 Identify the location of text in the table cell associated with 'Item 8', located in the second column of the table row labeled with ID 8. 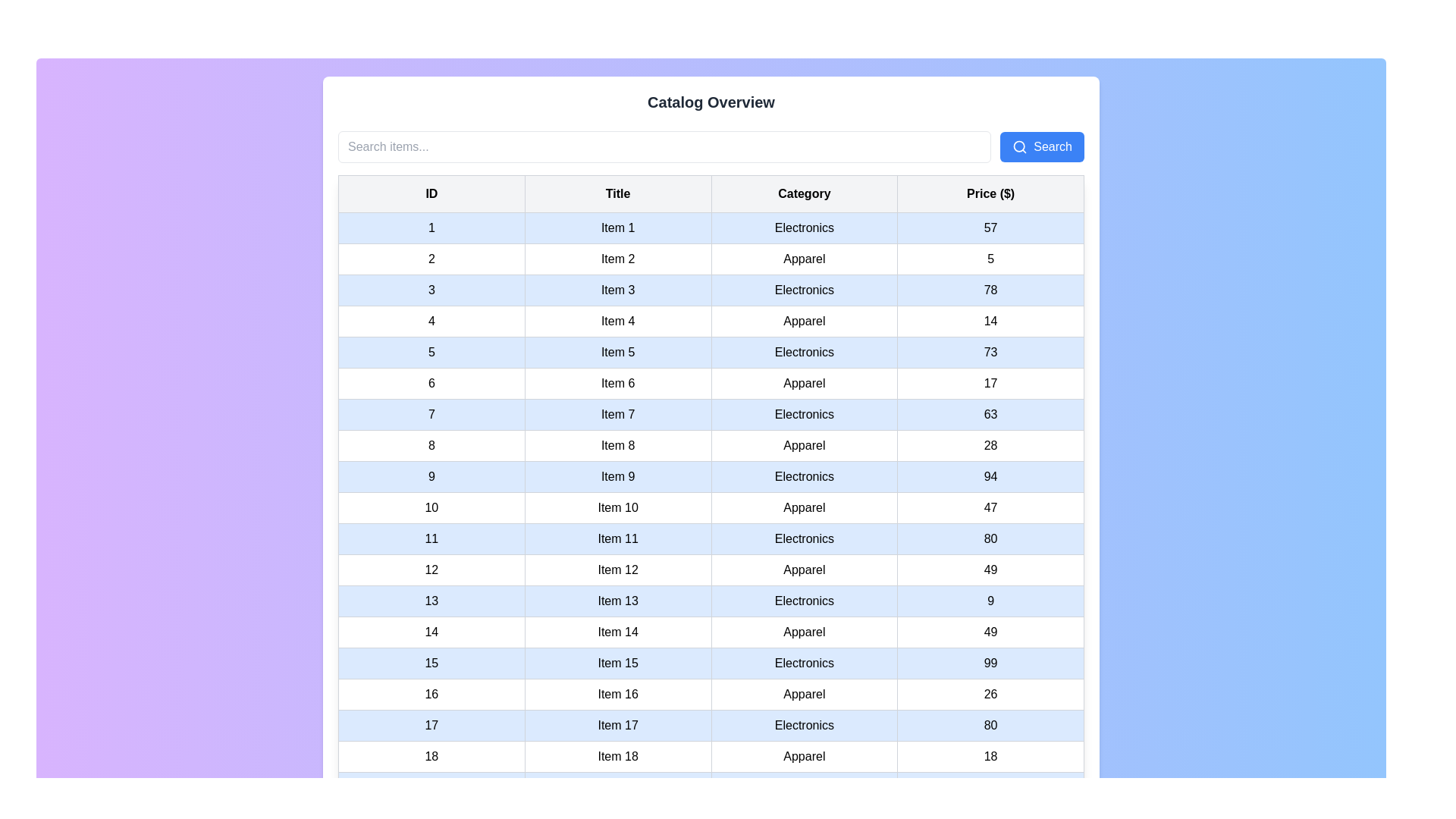
(618, 444).